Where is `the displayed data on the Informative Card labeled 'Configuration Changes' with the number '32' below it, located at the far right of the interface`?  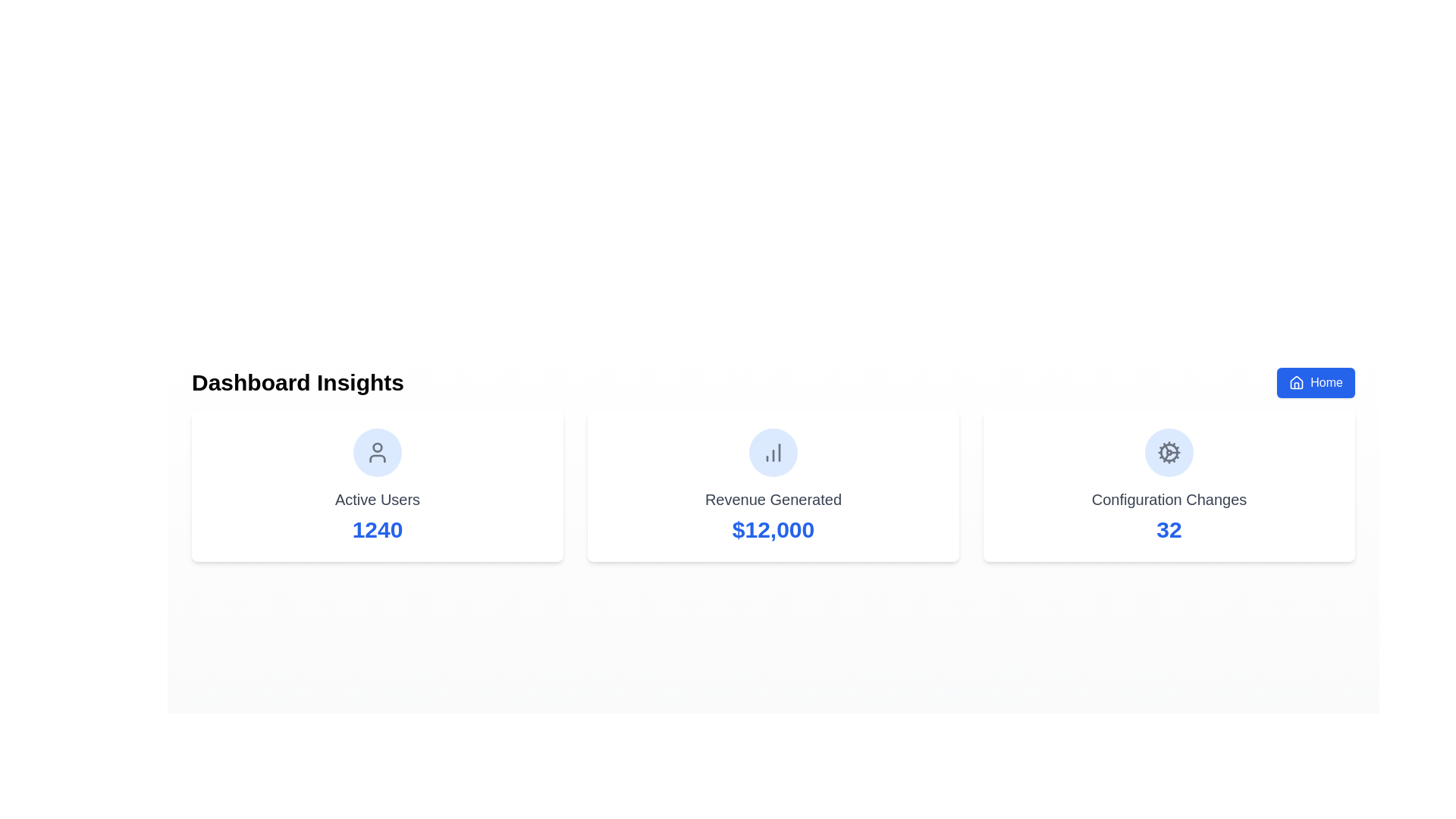
the displayed data on the Informative Card labeled 'Configuration Changes' with the number '32' below it, located at the far right of the interface is located at coordinates (1168, 485).